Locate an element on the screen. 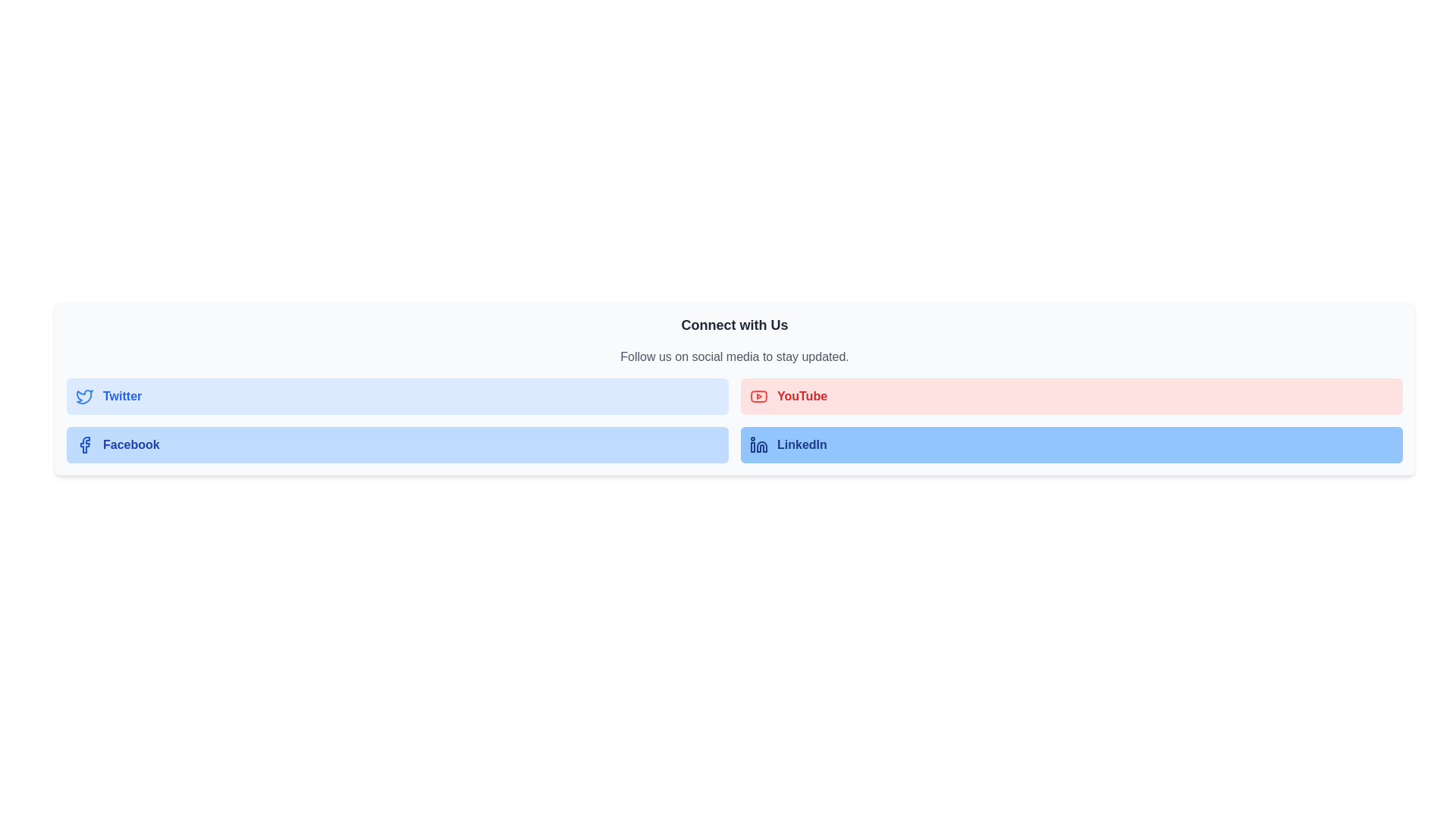 Image resolution: width=1456 pixels, height=819 pixels. the outer curved rectangle shape of the YouTube icon in the 'Connect with Us' section to trigger visual feedback is located at coordinates (759, 396).